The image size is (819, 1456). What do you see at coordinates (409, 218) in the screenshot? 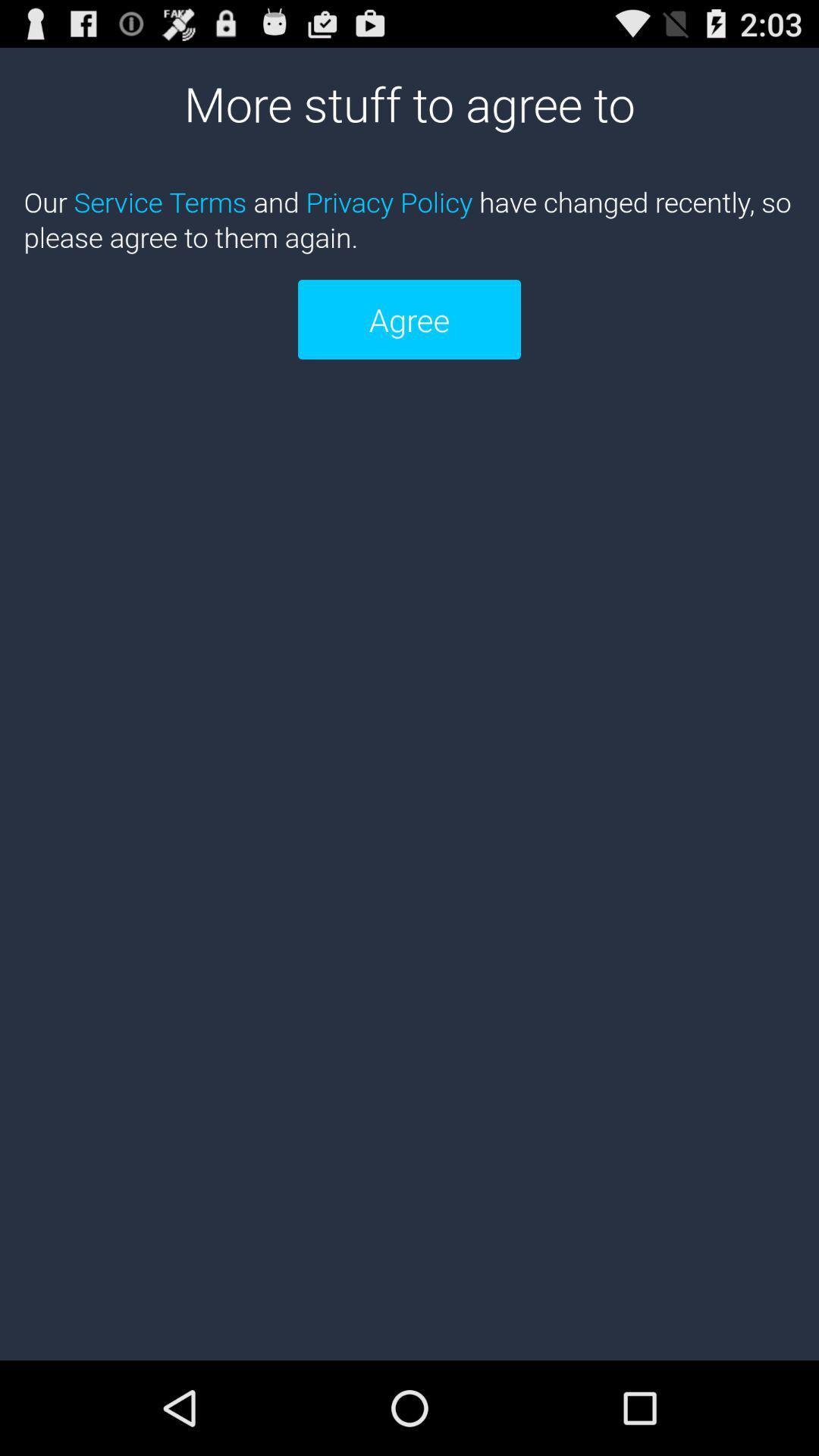
I see `the our service terms` at bounding box center [409, 218].